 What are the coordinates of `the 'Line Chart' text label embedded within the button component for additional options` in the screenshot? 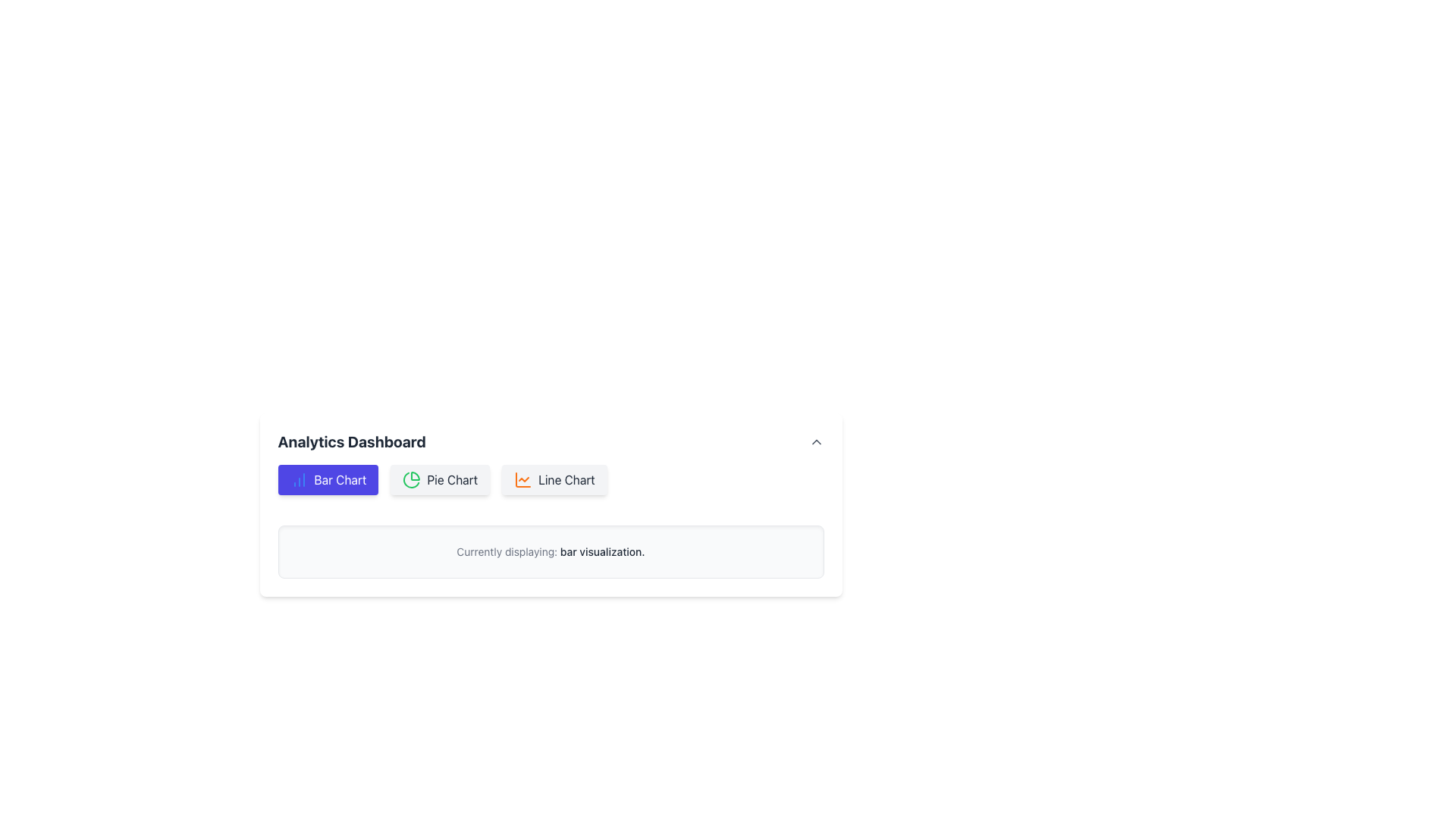 It's located at (566, 479).